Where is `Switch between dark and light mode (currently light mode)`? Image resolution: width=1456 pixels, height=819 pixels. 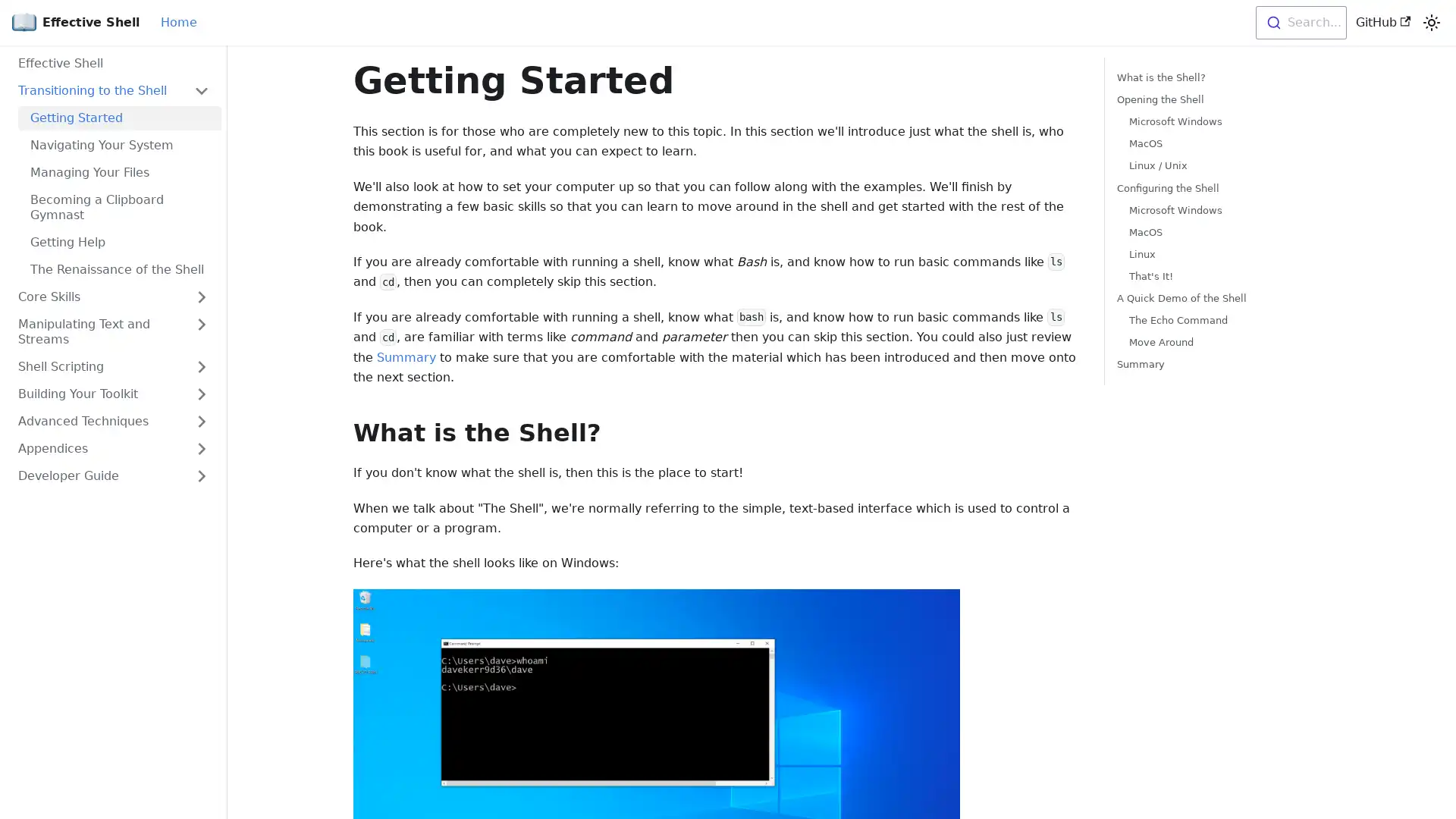 Switch between dark and light mode (currently light mode) is located at coordinates (1430, 23).